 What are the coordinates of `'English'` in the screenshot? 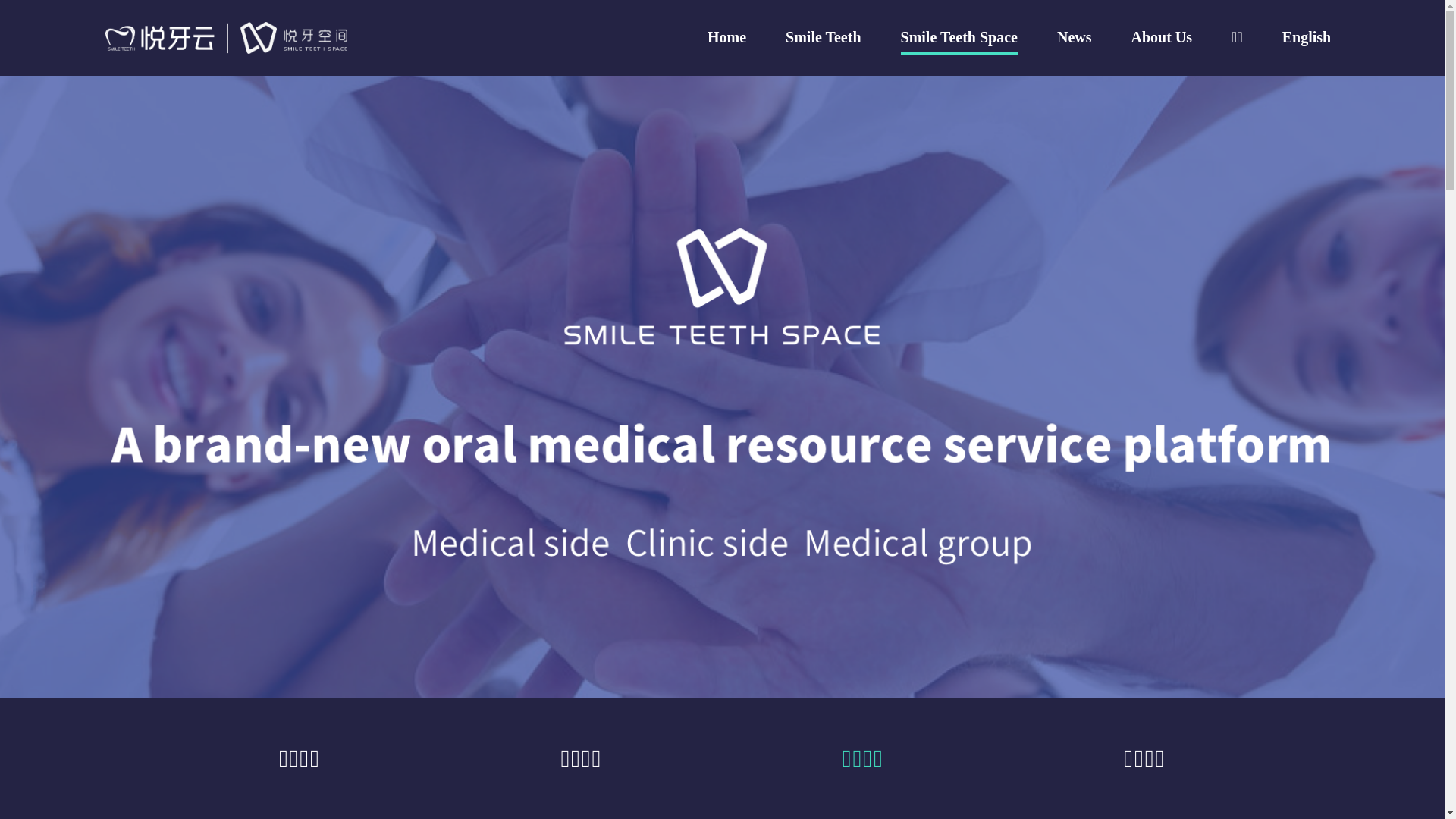 It's located at (1306, 36).